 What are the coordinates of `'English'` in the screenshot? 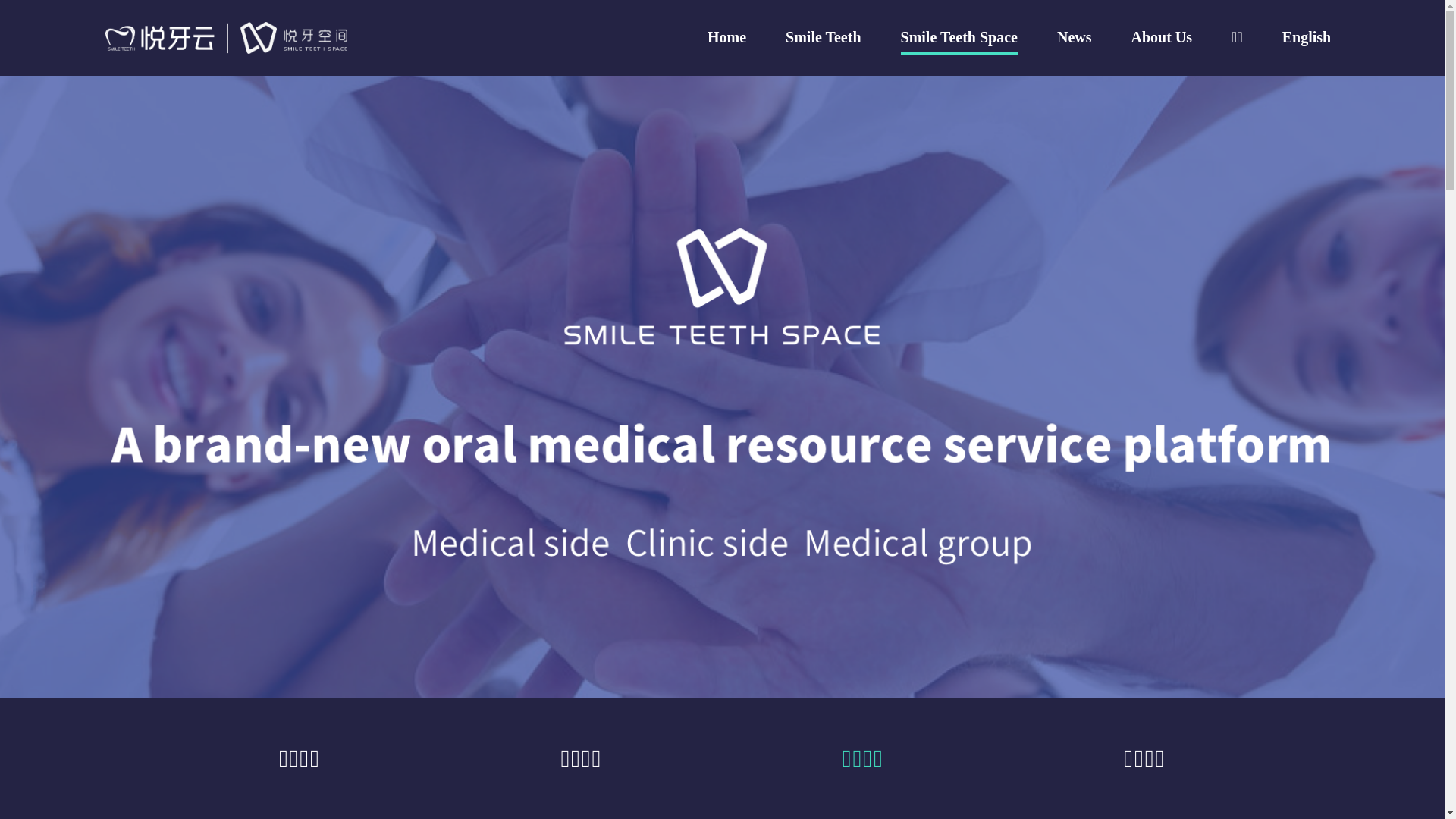 It's located at (1306, 36).